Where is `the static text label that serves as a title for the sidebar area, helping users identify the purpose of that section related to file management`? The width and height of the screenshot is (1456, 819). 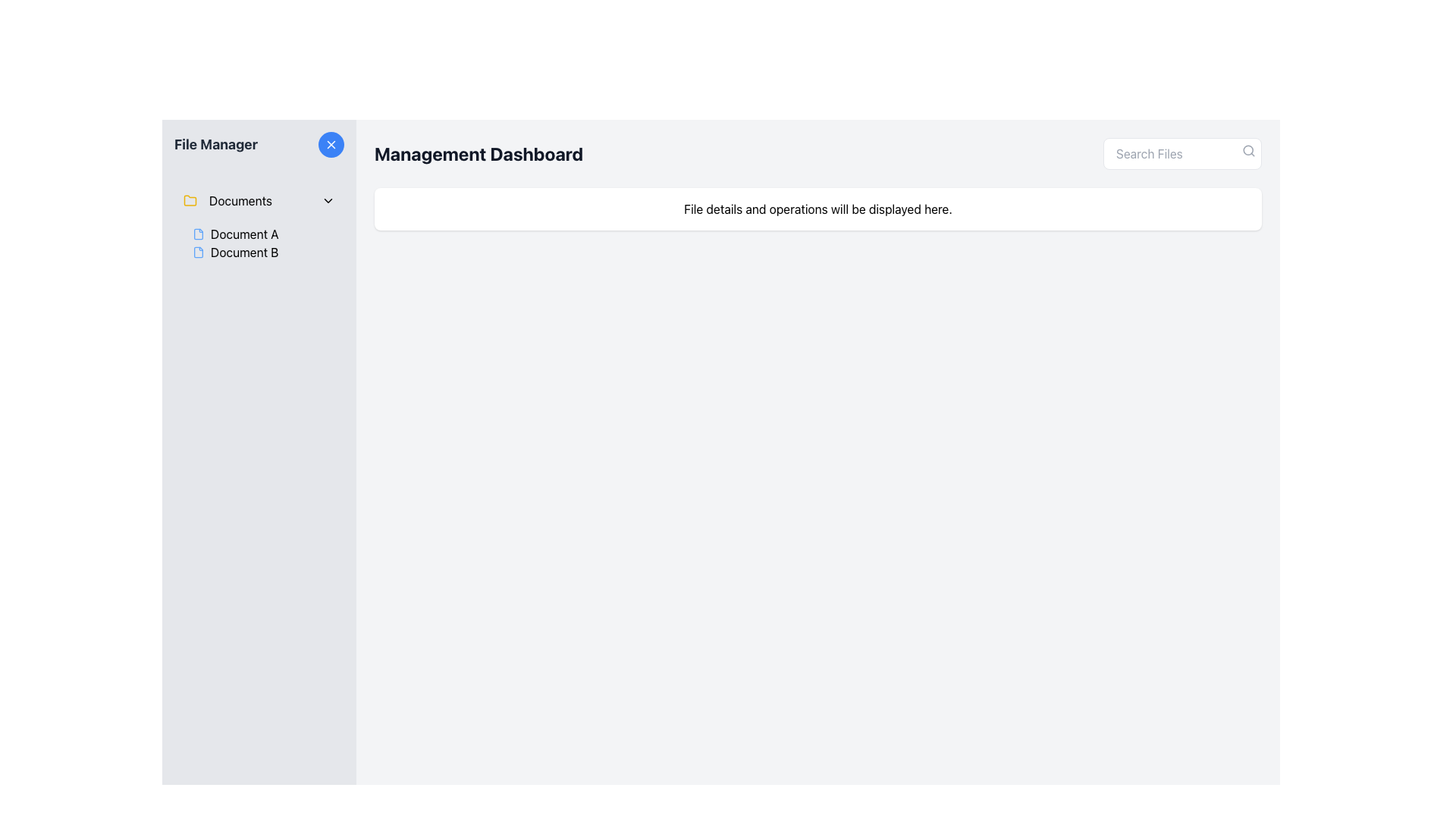 the static text label that serves as a title for the sidebar area, helping users identify the purpose of that section related to file management is located at coordinates (215, 145).